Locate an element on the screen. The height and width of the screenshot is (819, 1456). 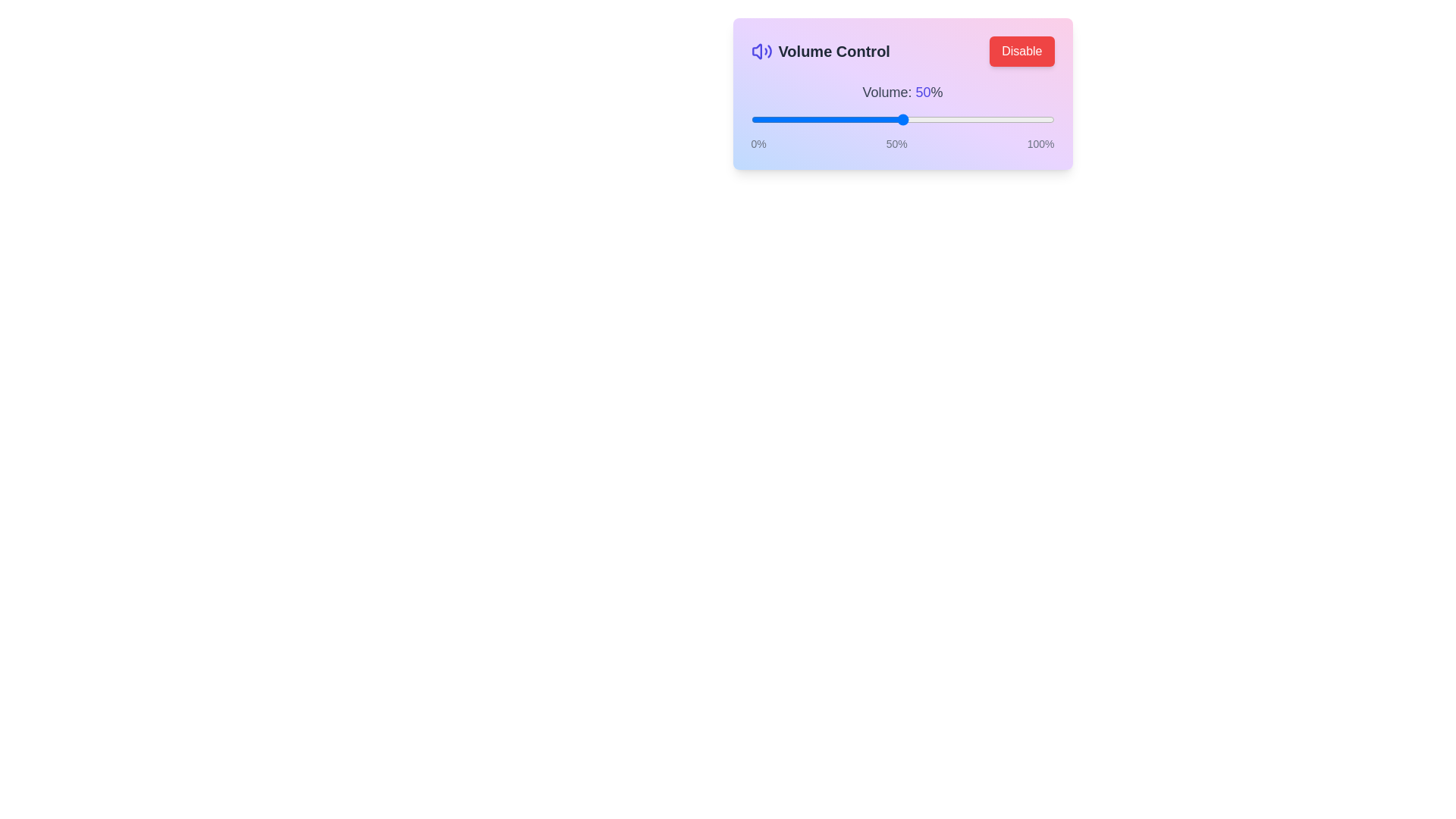
the volume is located at coordinates (854, 119).